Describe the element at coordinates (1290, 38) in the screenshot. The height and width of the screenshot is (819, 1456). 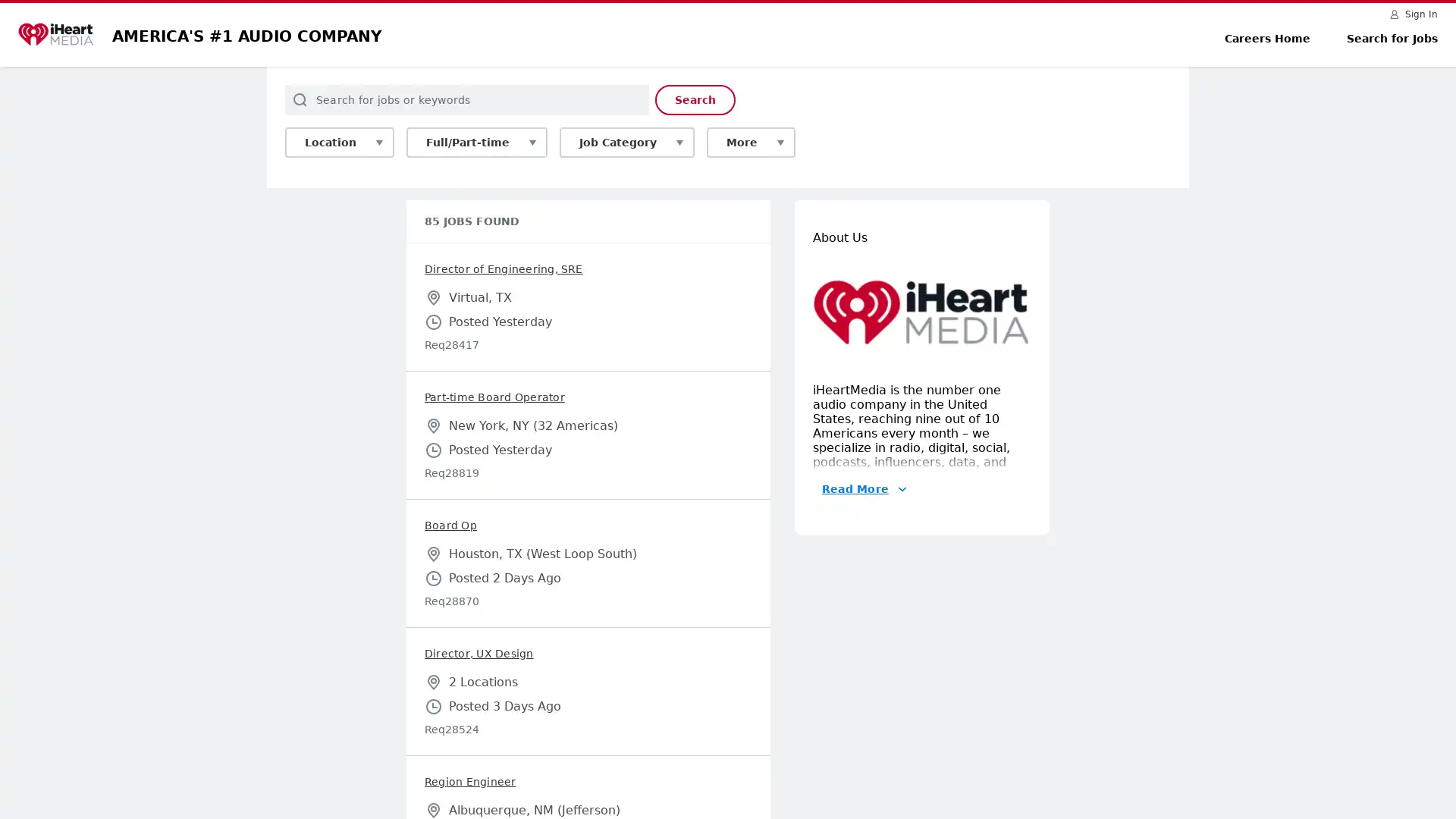
I see `Careers Home` at that location.